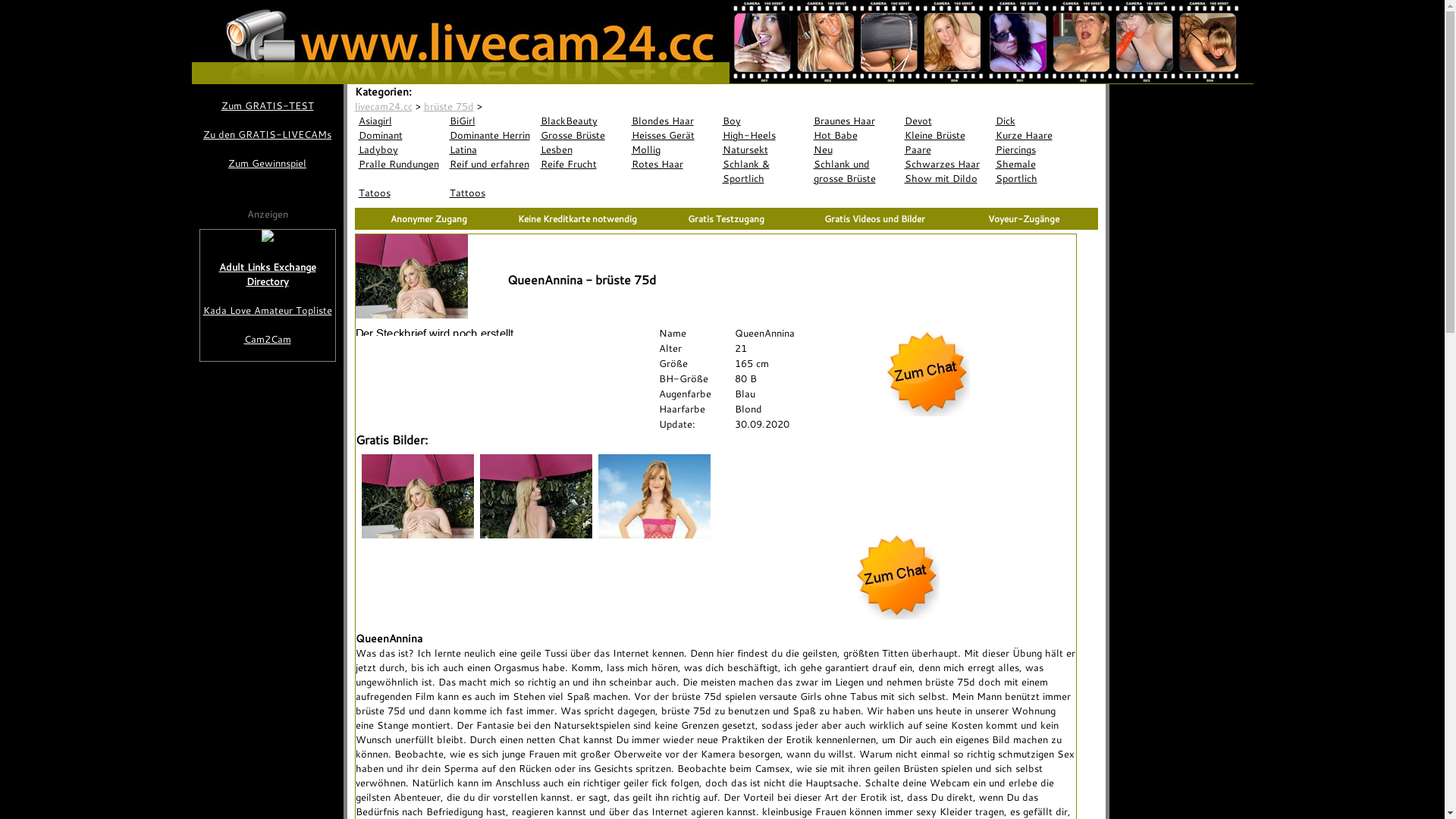  I want to click on 'Neu', so click(855, 149).